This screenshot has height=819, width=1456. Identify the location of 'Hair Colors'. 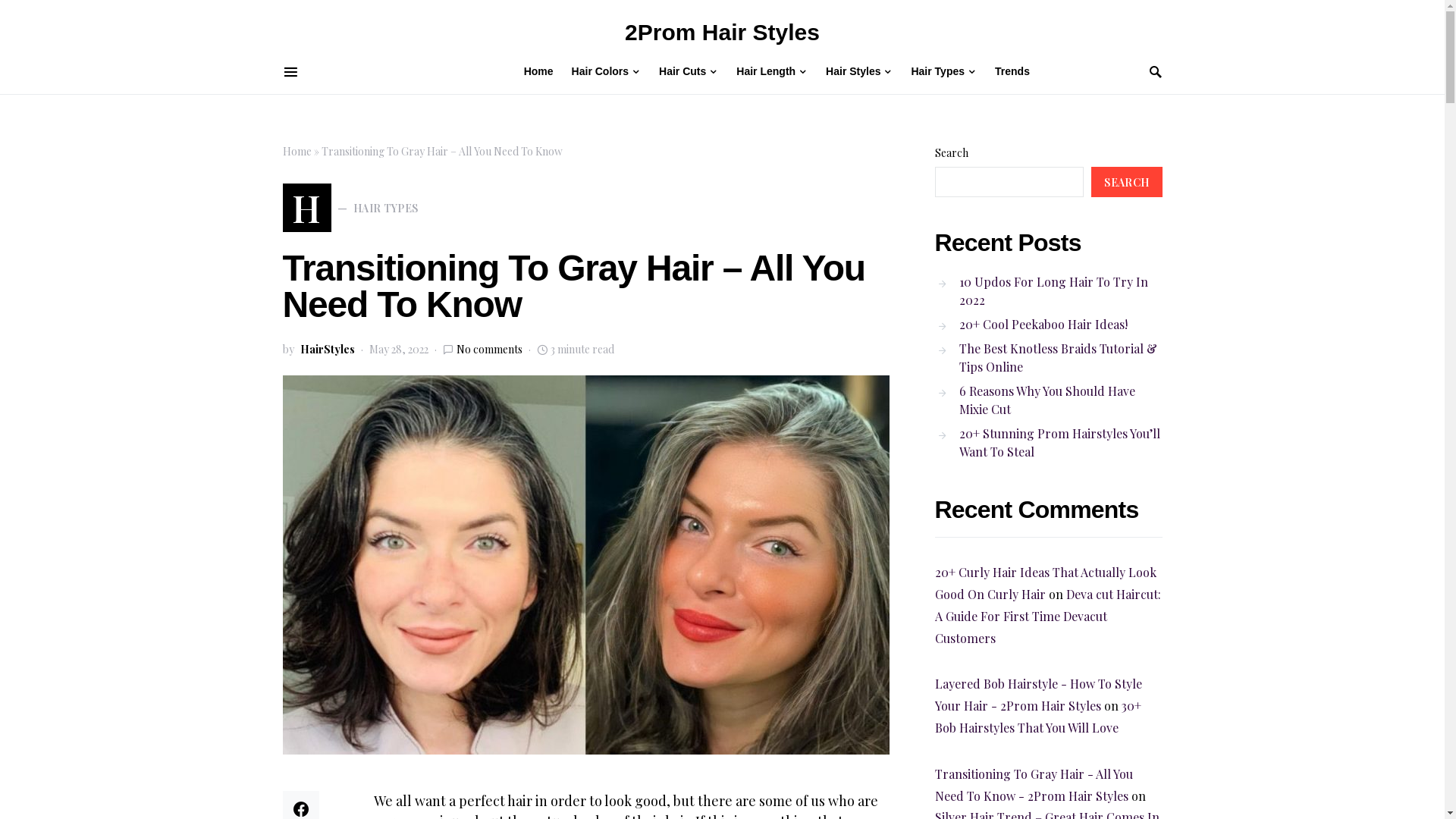
(605, 71).